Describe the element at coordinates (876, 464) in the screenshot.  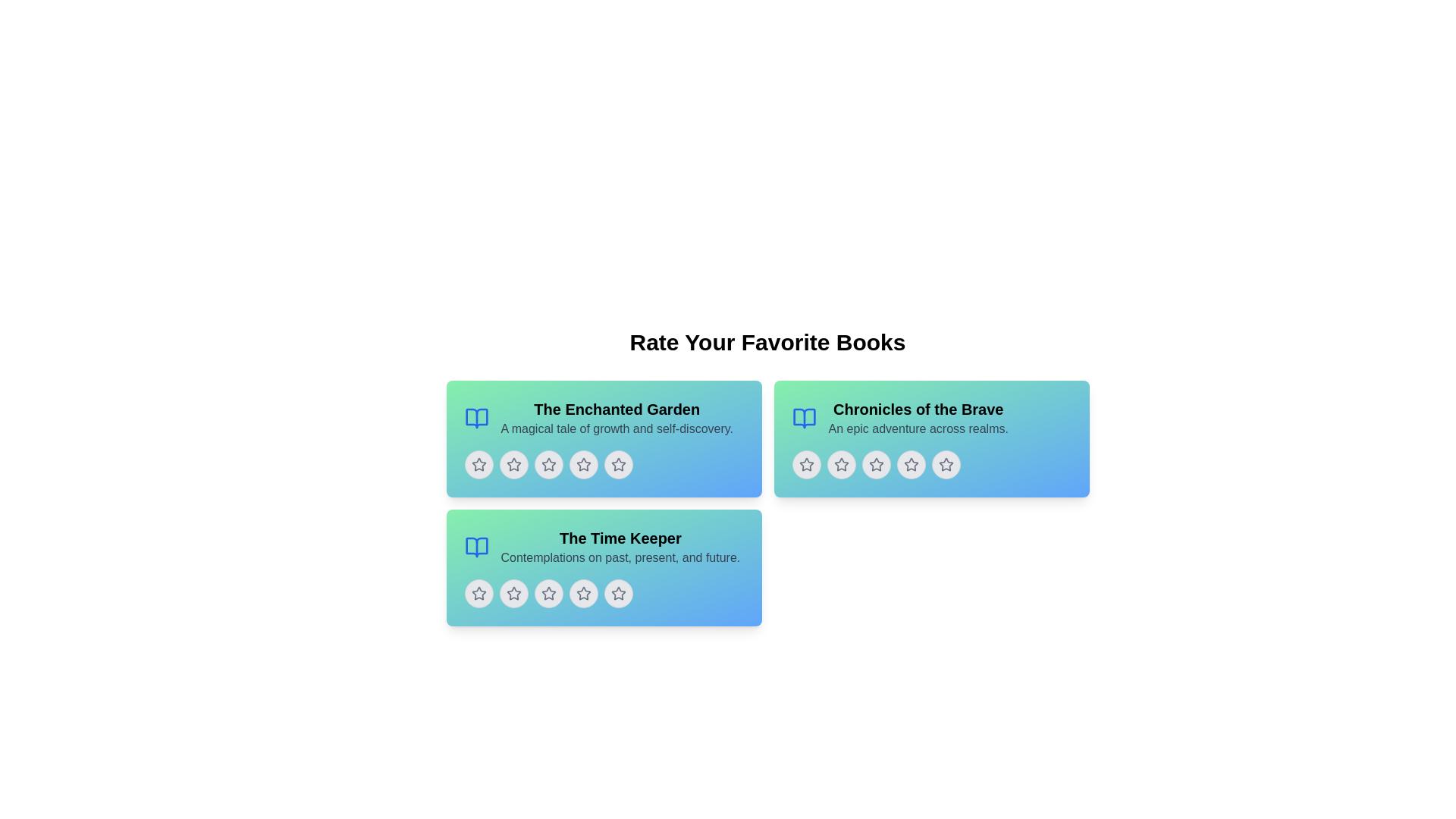
I see `the third star icon in the rating option within the 'Chronicles of the Brave' section` at that location.